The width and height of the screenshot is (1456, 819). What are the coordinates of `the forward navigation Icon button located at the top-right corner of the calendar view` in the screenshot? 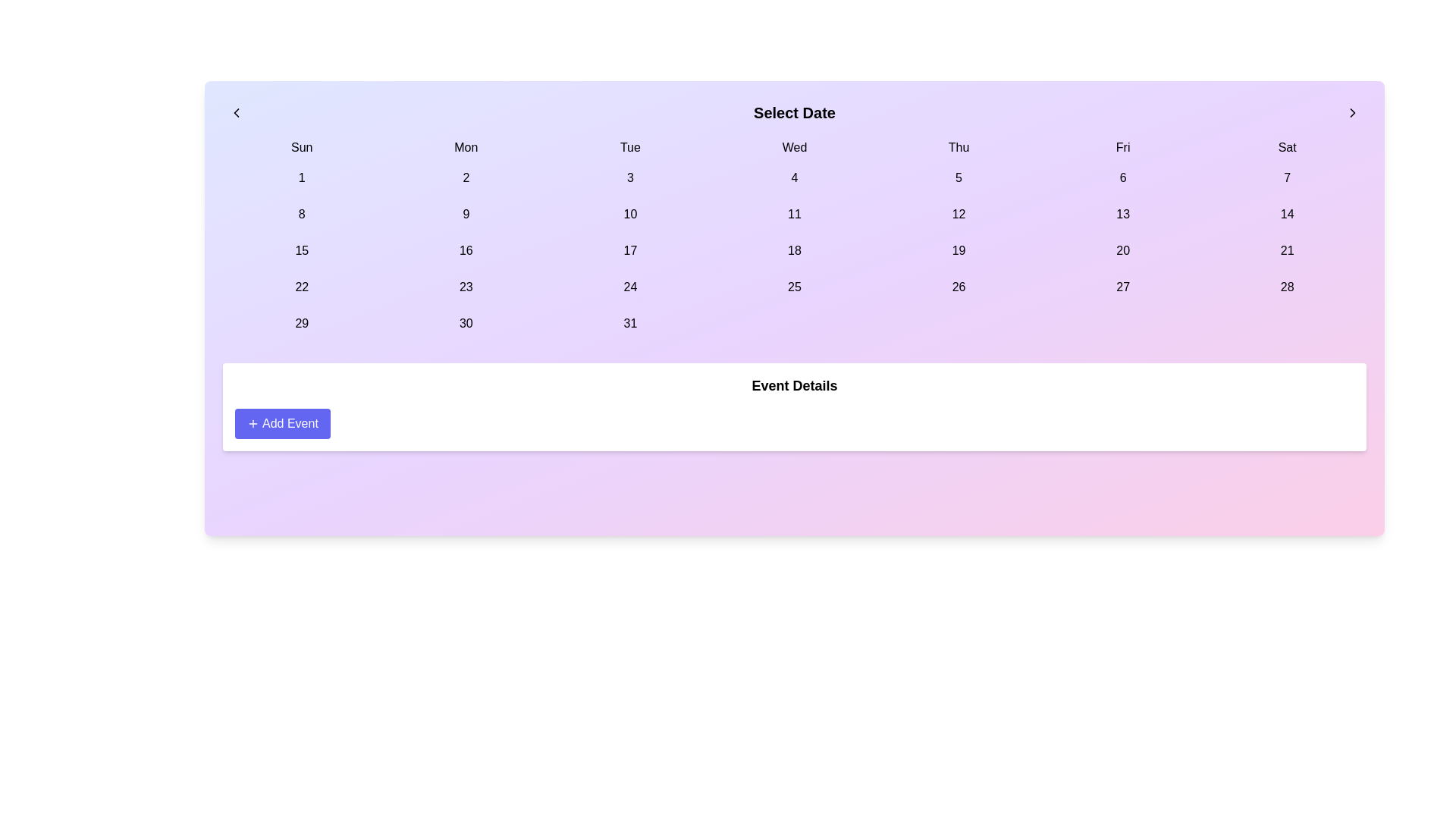 It's located at (1353, 112).